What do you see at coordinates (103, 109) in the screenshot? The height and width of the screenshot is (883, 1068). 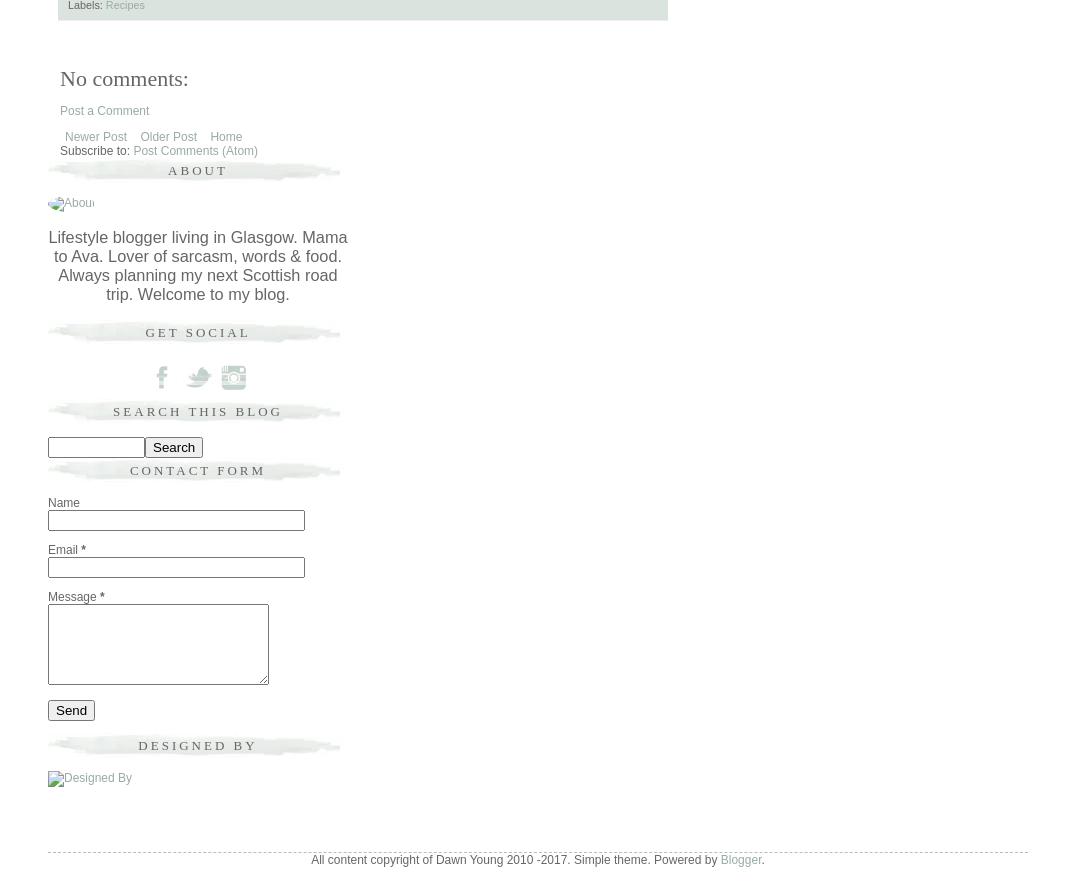 I see `'Post a Comment'` at bounding box center [103, 109].